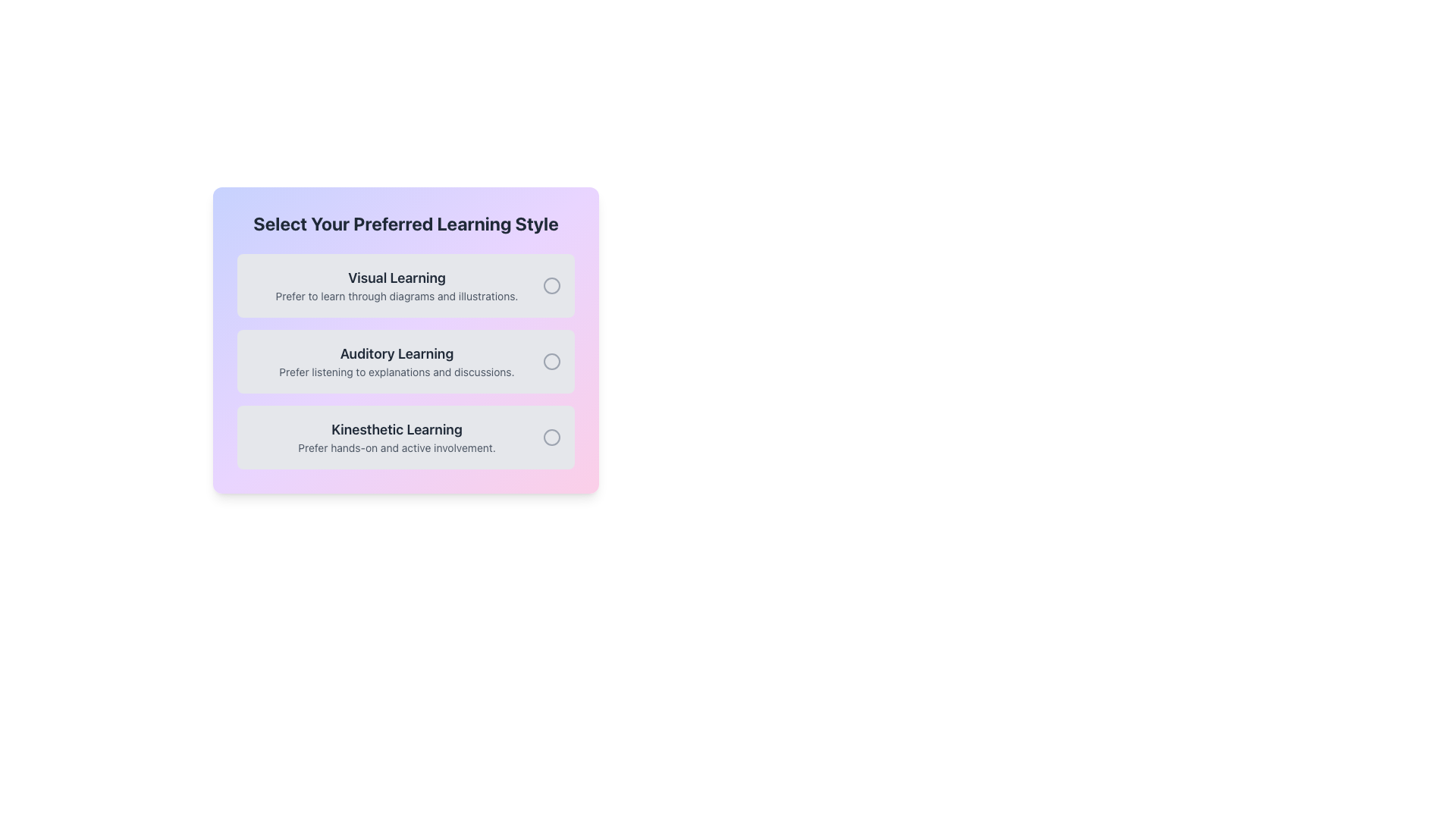  I want to click on static text located directly beneath the 'Visual Learning' title, which provides a brief explanation of the 'Visual Learning' option, so click(397, 296).